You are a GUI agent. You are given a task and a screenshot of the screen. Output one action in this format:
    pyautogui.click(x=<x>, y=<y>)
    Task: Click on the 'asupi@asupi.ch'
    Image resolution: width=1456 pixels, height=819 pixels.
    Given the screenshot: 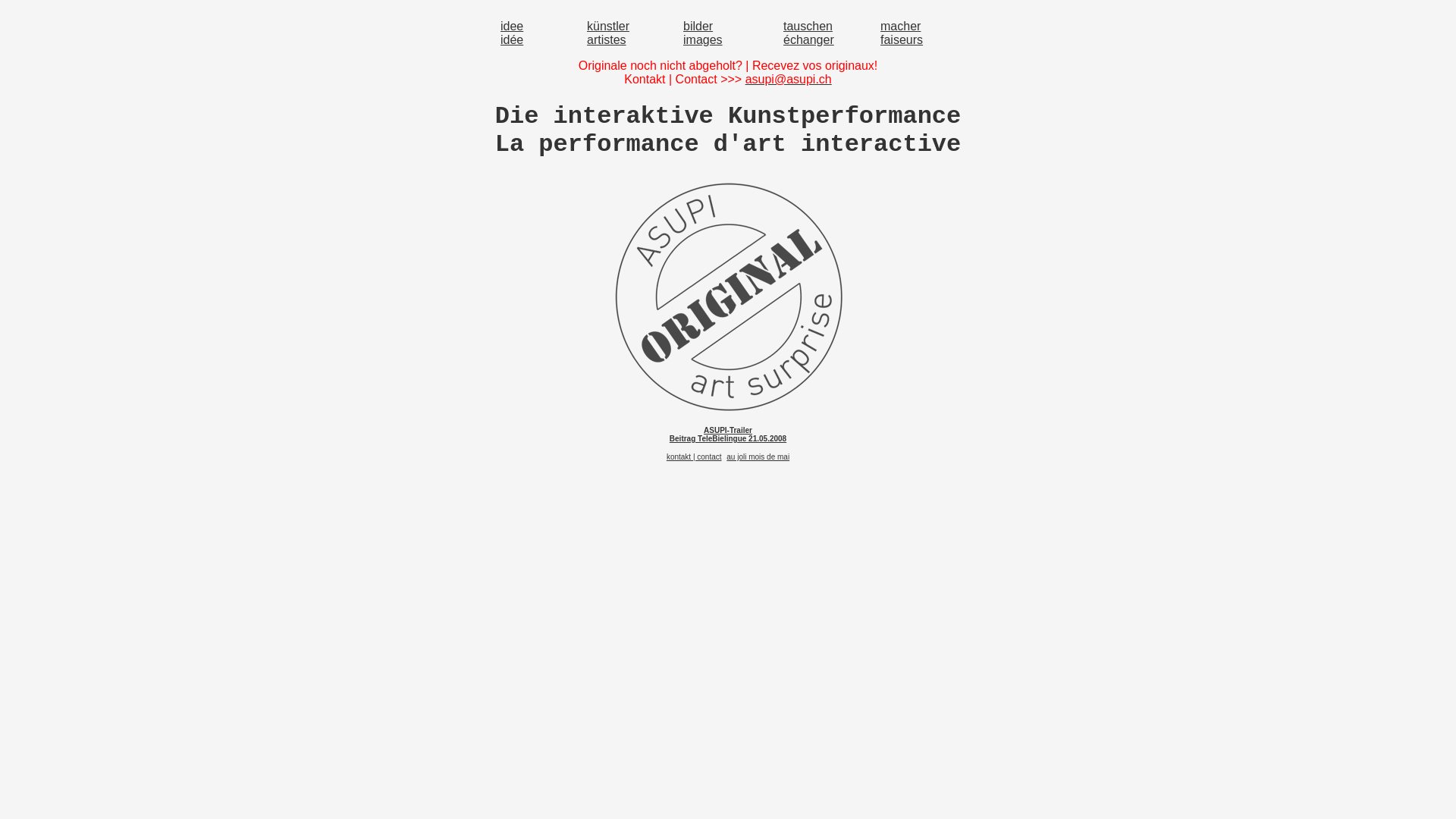 What is the action you would take?
    pyautogui.click(x=789, y=79)
    